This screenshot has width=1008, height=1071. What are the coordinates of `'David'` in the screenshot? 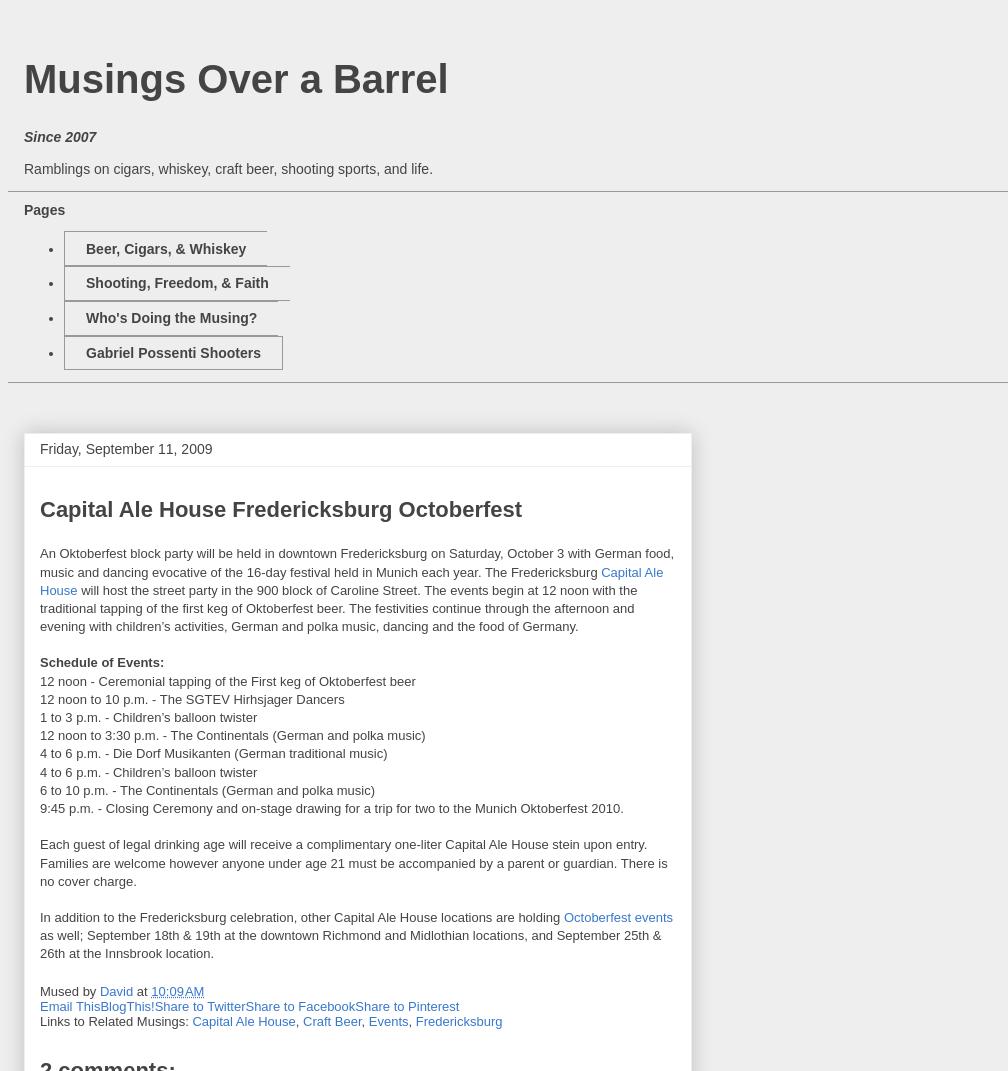 It's located at (98, 990).